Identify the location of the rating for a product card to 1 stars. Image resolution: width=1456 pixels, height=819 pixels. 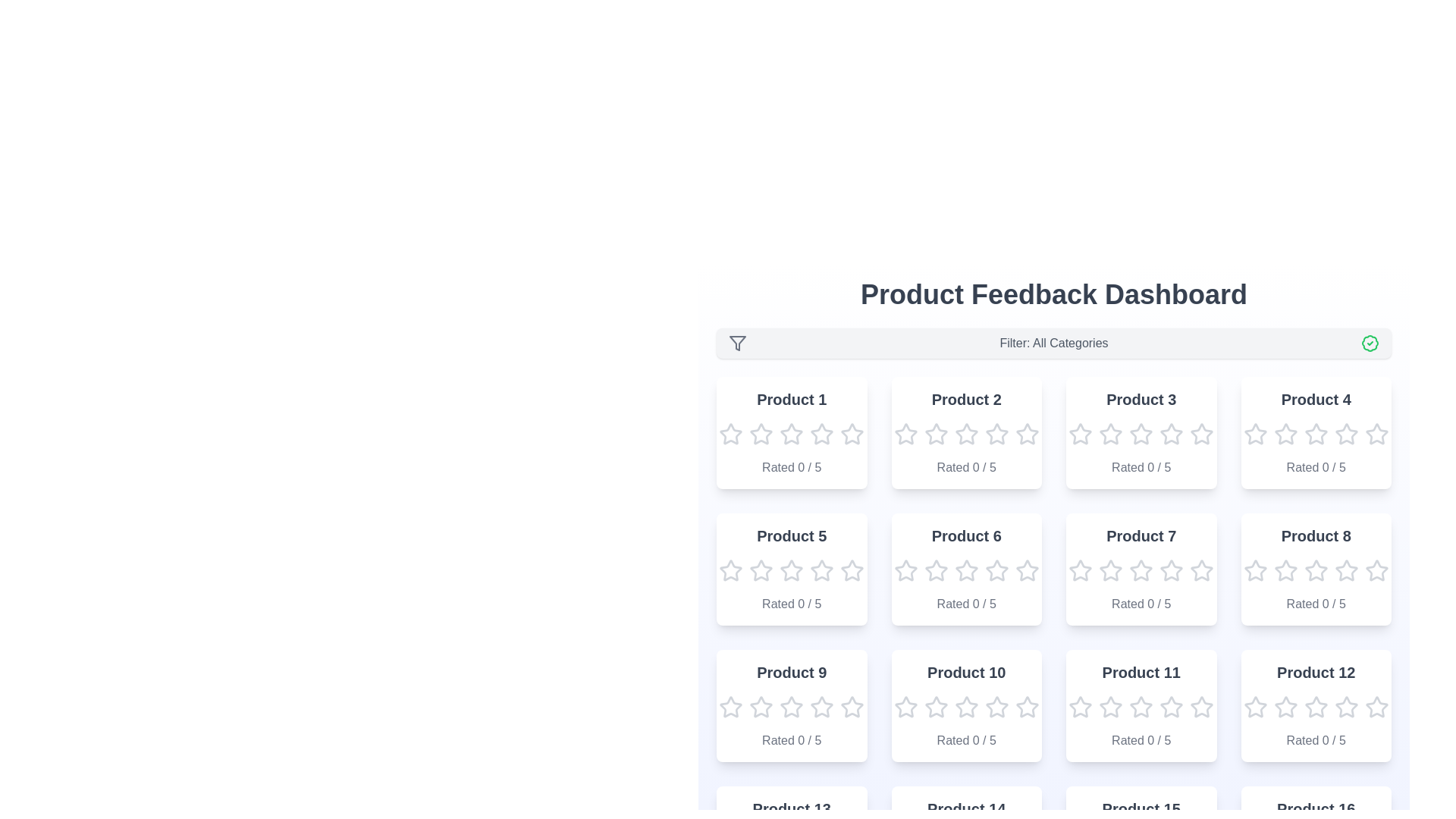
(731, 435).